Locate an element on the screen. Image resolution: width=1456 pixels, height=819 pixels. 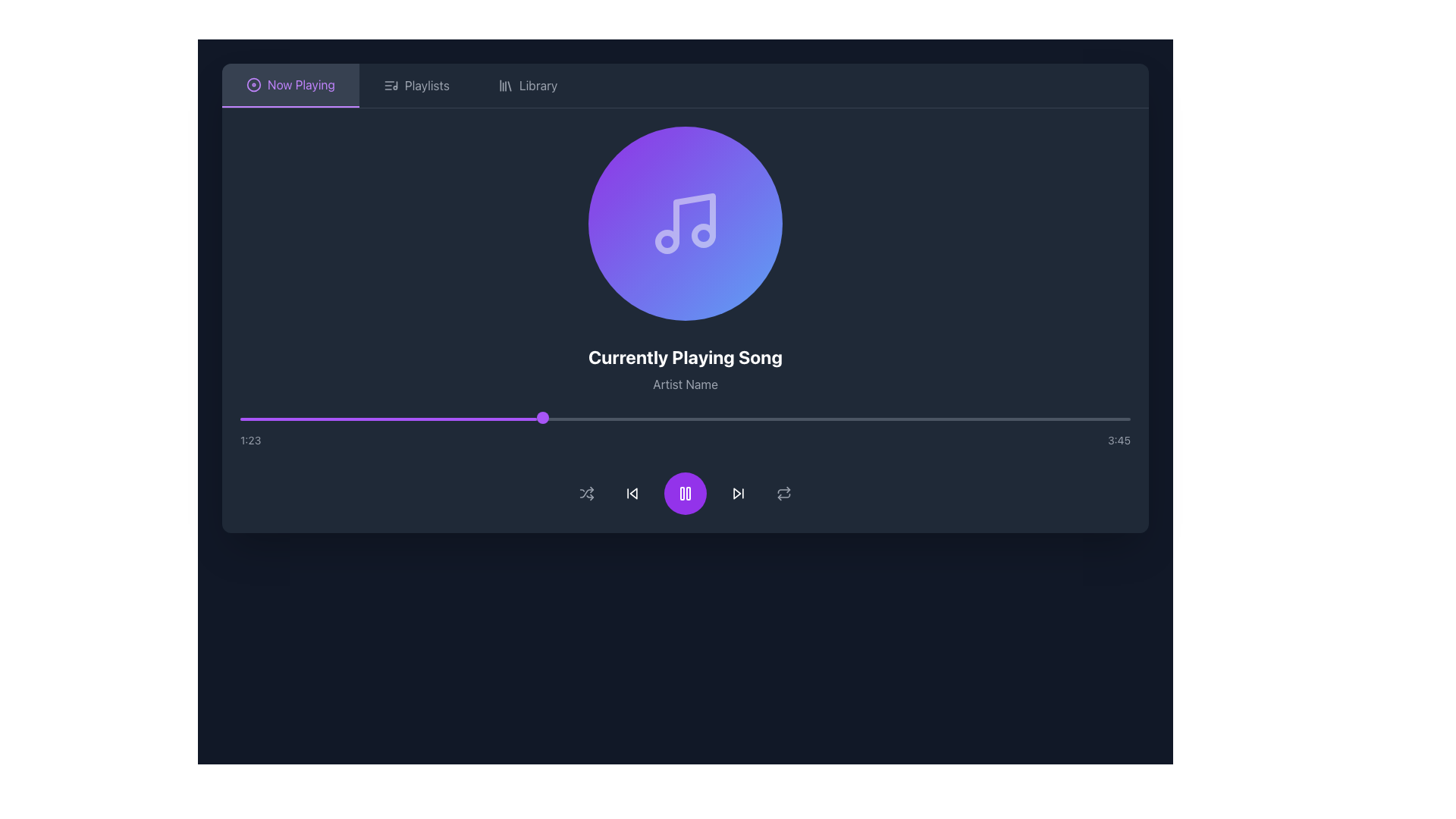
the text label displaying '3:45' in light gray font, located at the bottom-right corner of the window is located at coordinates (1119, 441).